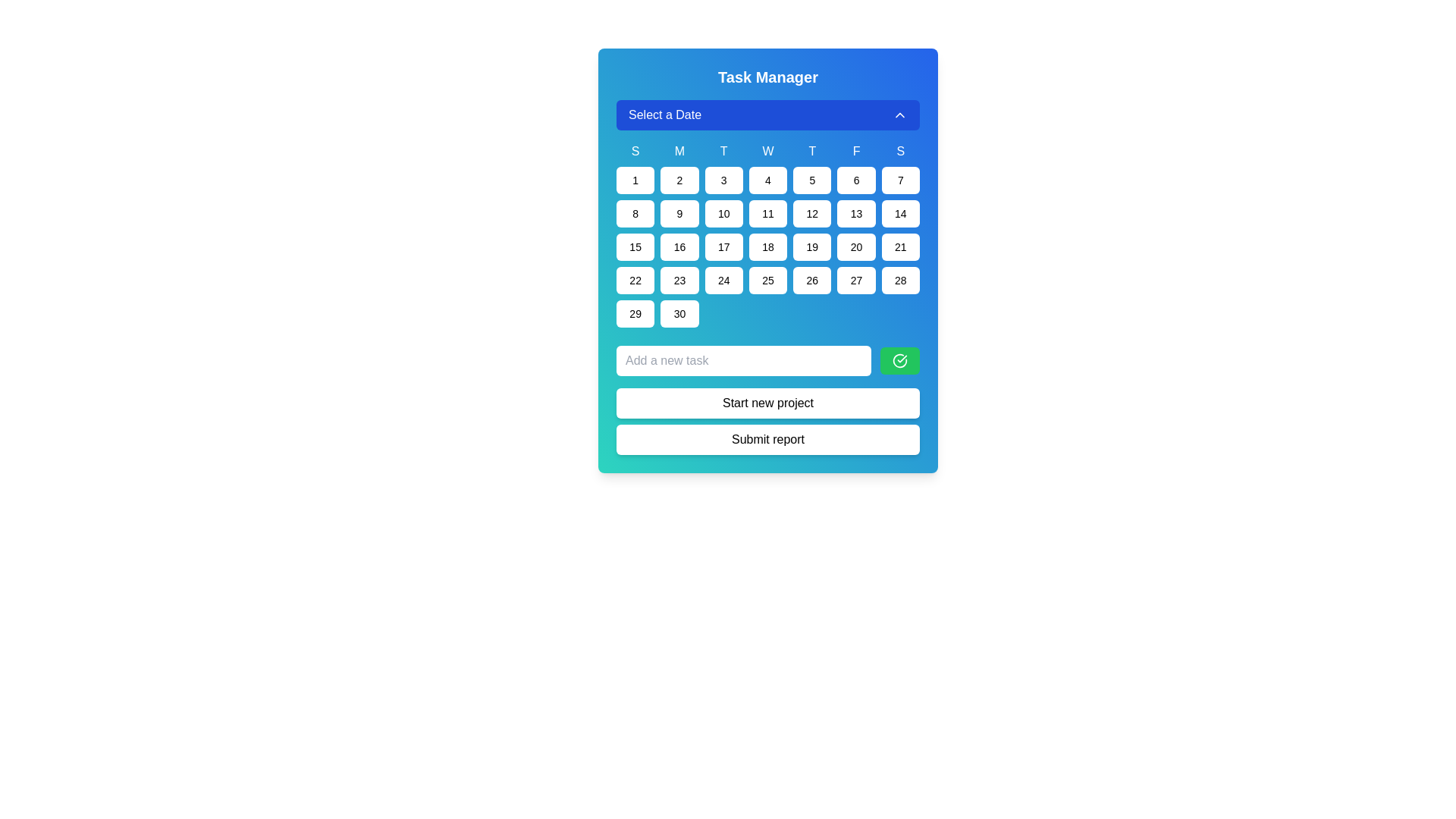  What do you see at coordinates (767, 400) in the screenshot?
I see `the first task option in the vertically-aligned series of buttons below the 'Add a new task' input field to interact with the task management system` at bounding box center [767, 400].